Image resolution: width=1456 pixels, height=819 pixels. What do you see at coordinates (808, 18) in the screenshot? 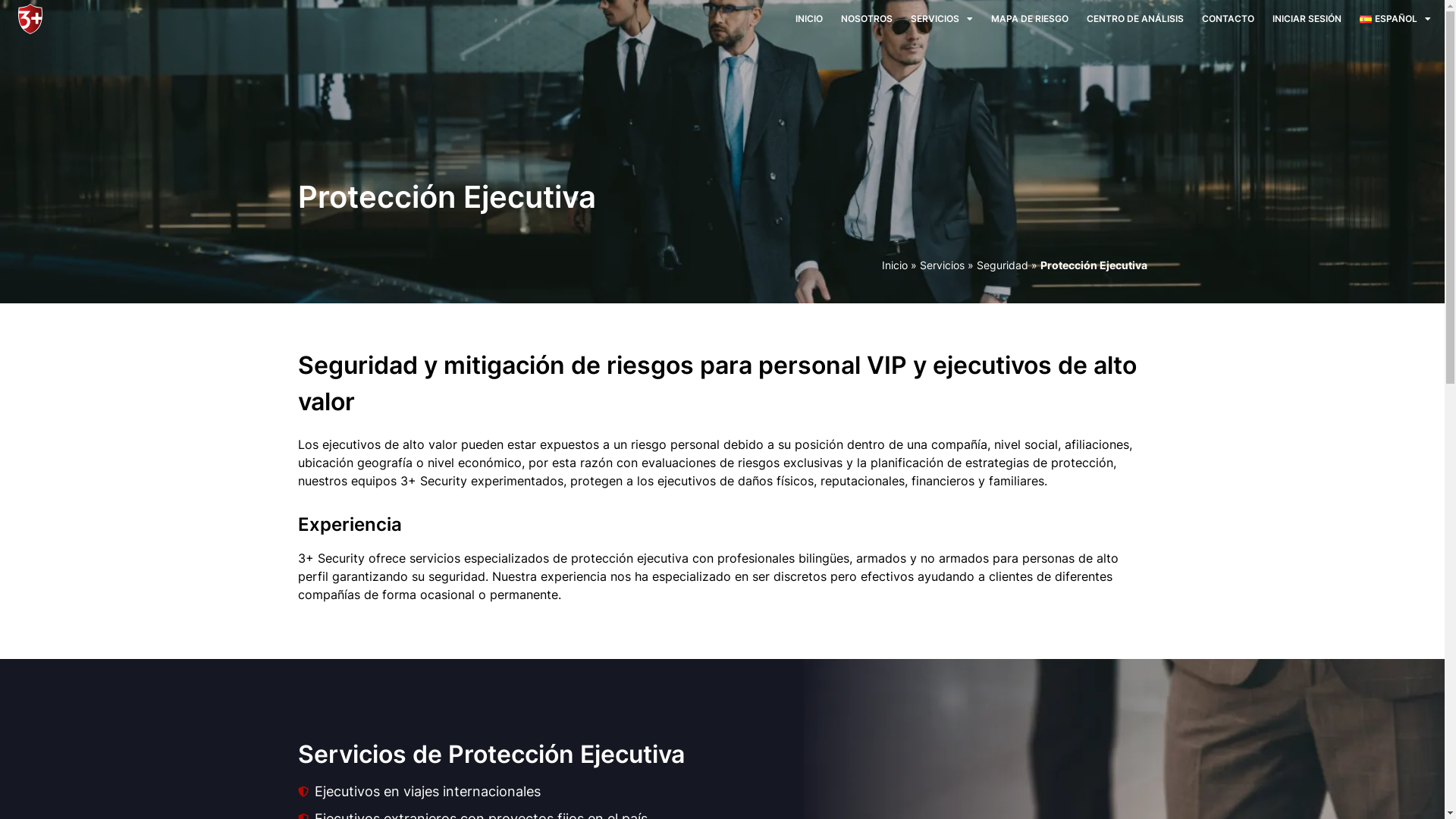
I see `'INICIO'` at bounding box center [808, 18].